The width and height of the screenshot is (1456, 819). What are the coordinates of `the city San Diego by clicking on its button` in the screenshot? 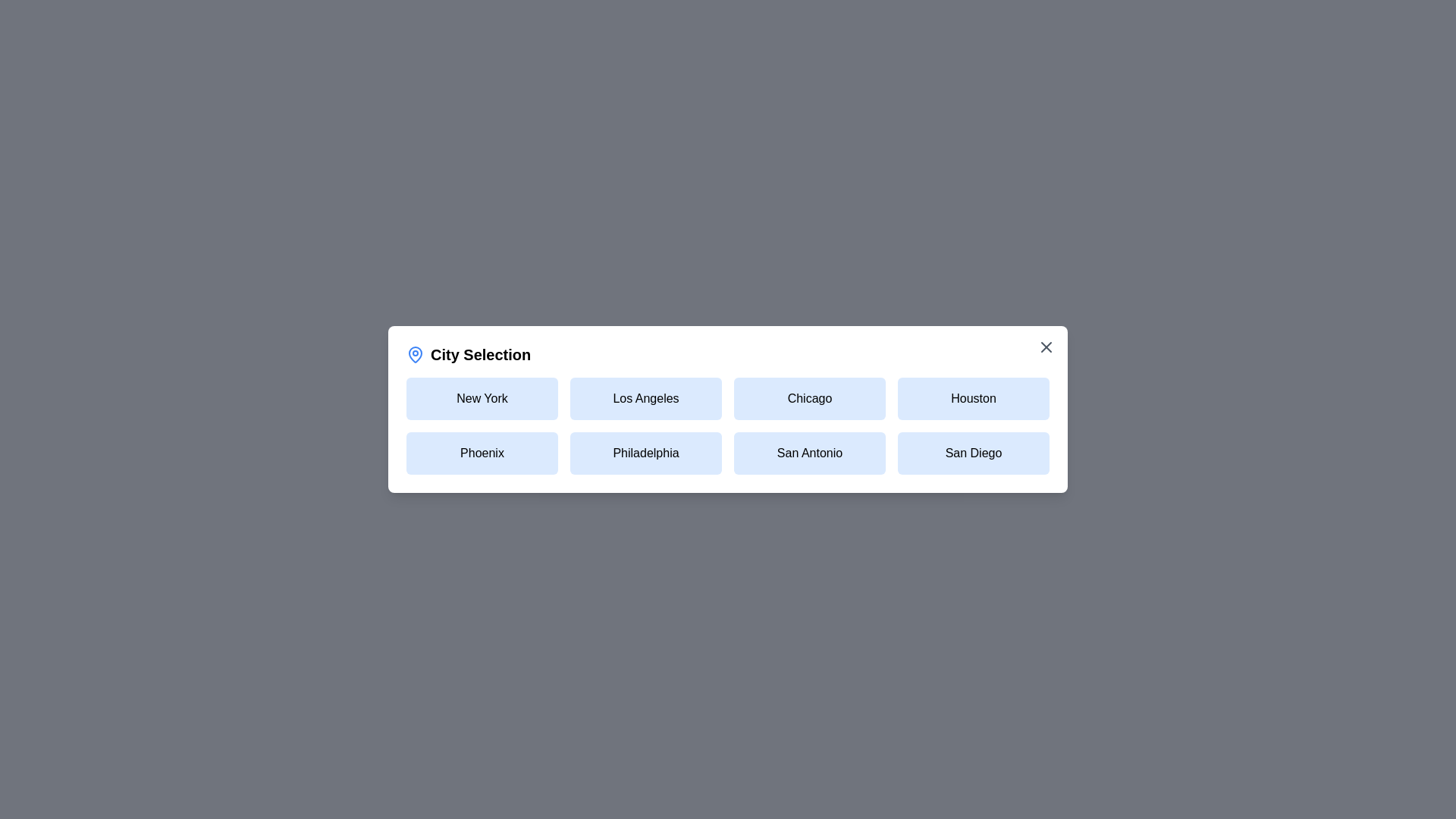 It's located at (973, 452).